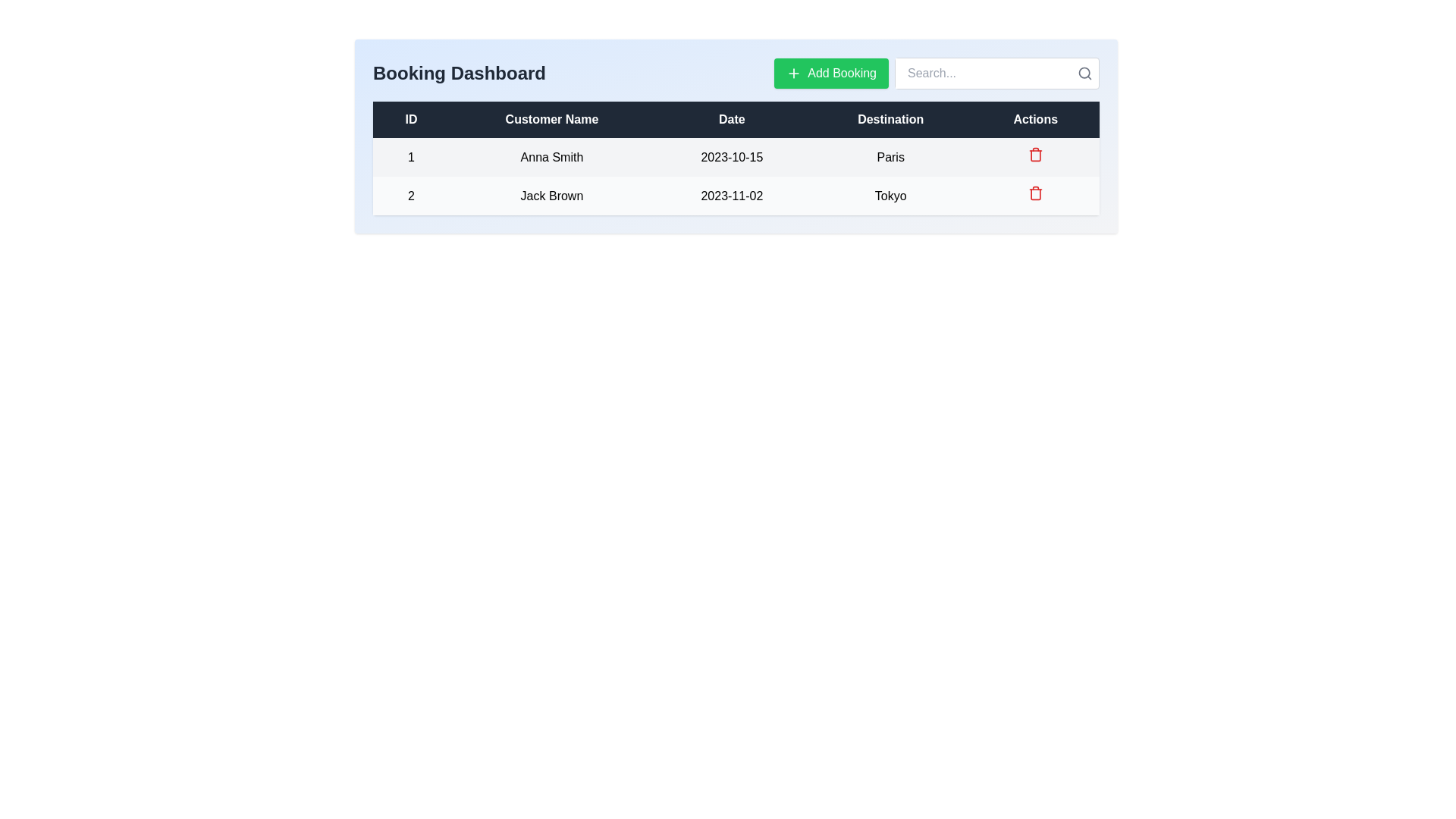 The image size is (1456, 819). Describe the element at coordinates (793, 73) in the screenshot. I see `the plus sign SVG icon located on the left side of the 'Add Booking' button, which is green with white text` at that location.